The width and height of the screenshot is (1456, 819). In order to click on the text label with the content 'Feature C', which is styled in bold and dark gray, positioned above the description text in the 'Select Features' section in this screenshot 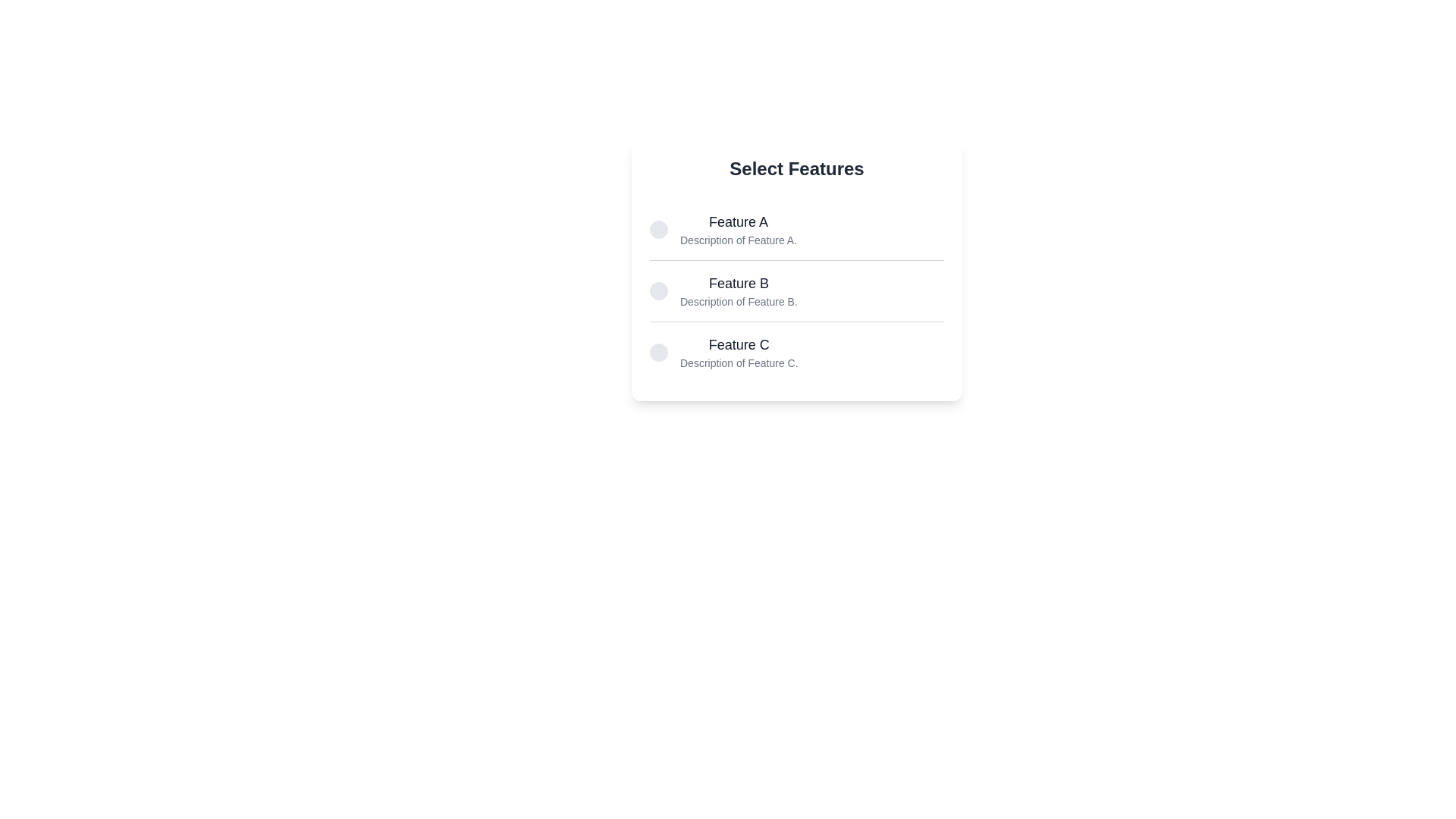, I will do `click(739, 345)`.